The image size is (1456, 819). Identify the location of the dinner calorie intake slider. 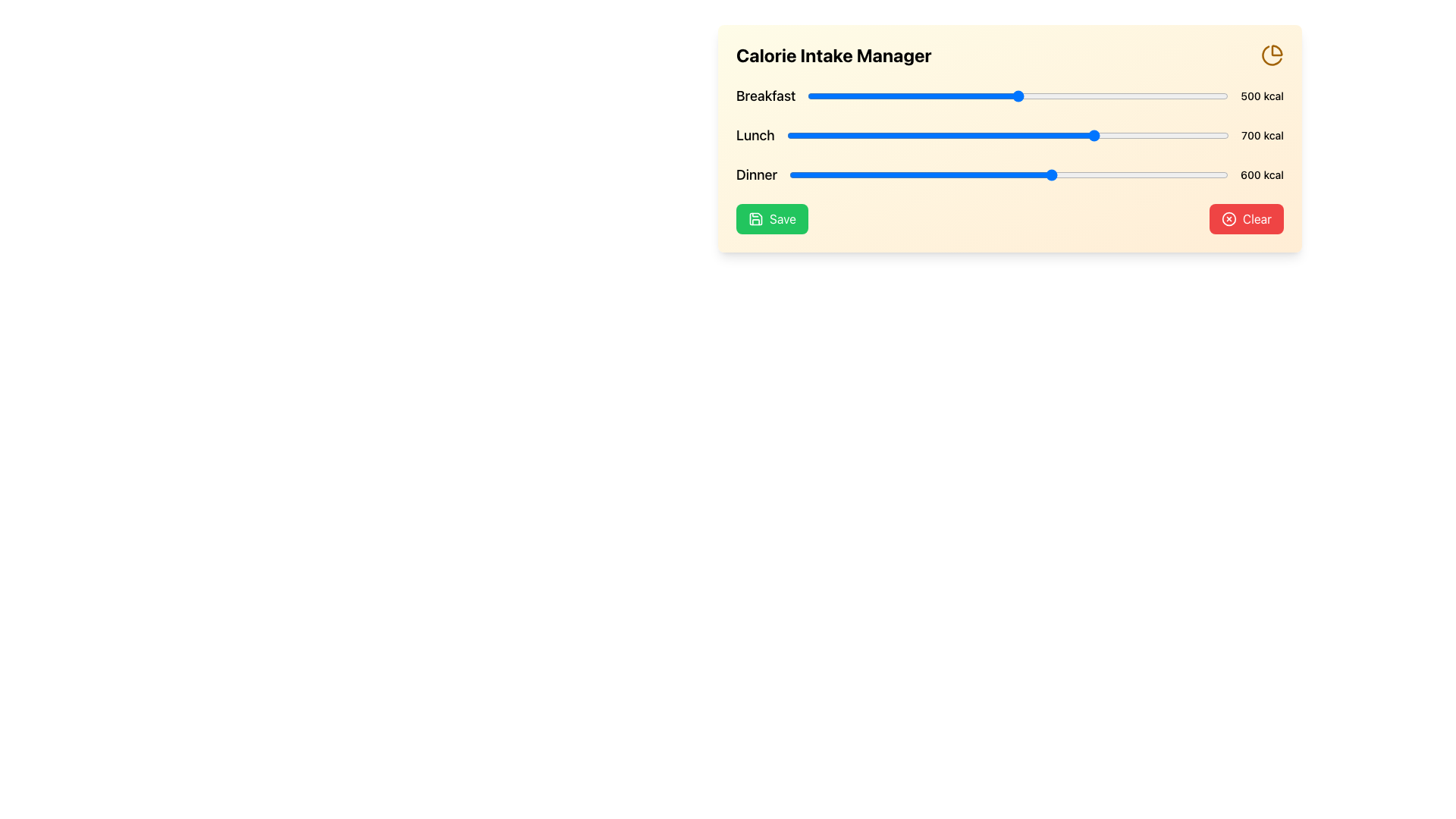
(1039, 174).